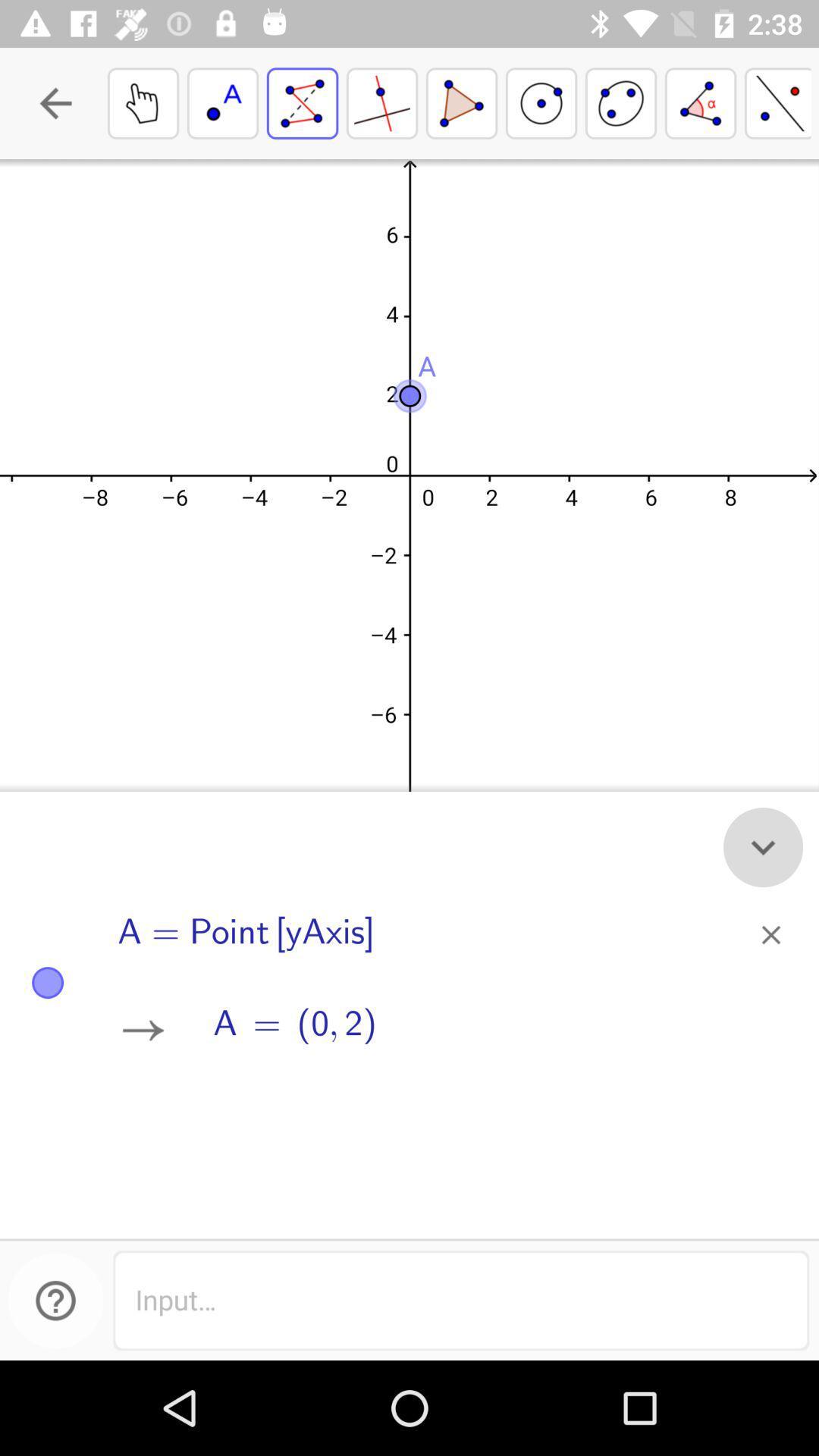  Describe the element at coordinates (763, 846) in the screenshot. I see `the drop down button` at that location.